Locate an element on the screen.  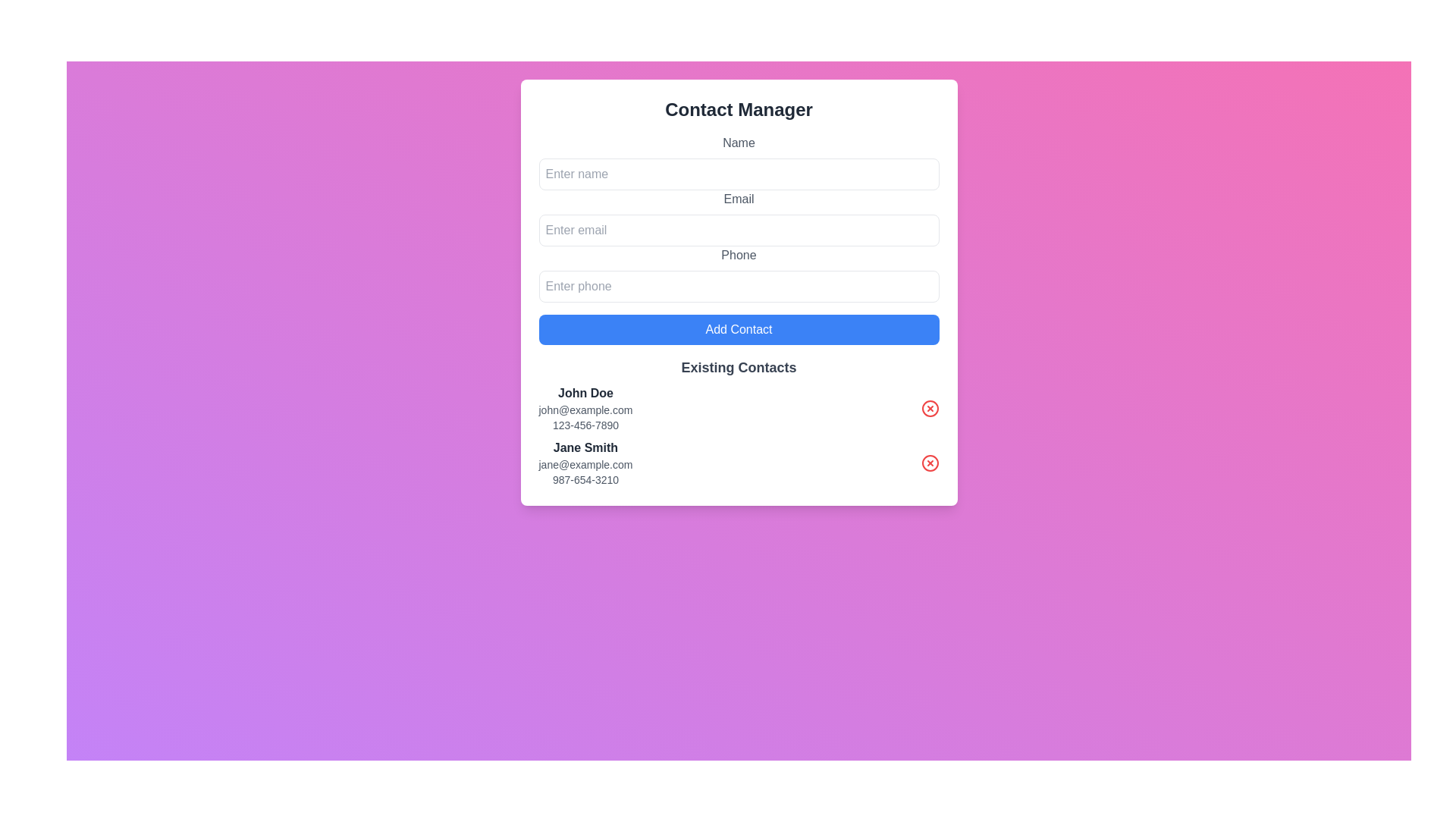
the contact entry for 'Jane Smith' is located at coordinates (585, 462).